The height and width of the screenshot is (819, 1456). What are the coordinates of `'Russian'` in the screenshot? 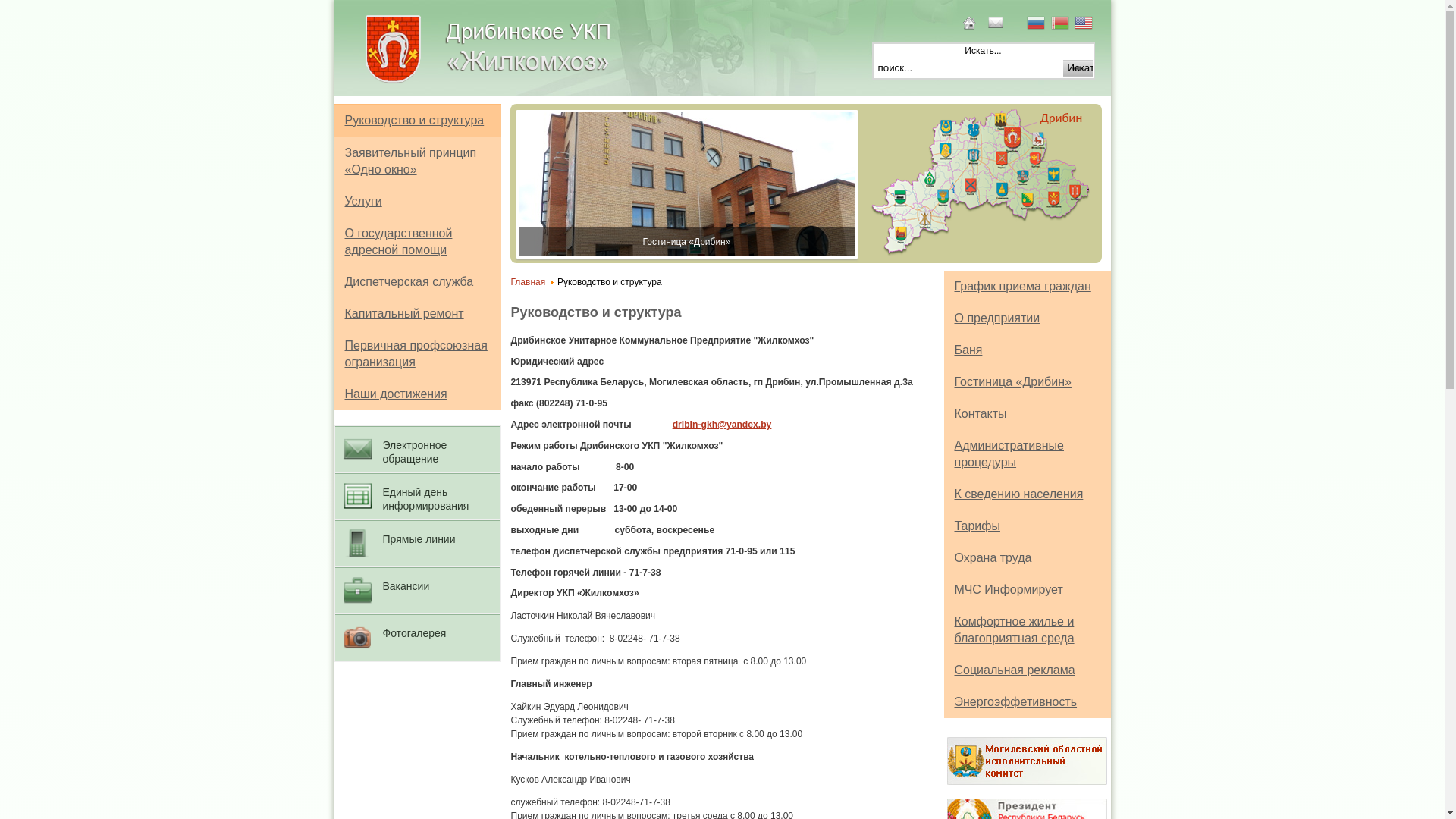 It's located at (1037, 24).